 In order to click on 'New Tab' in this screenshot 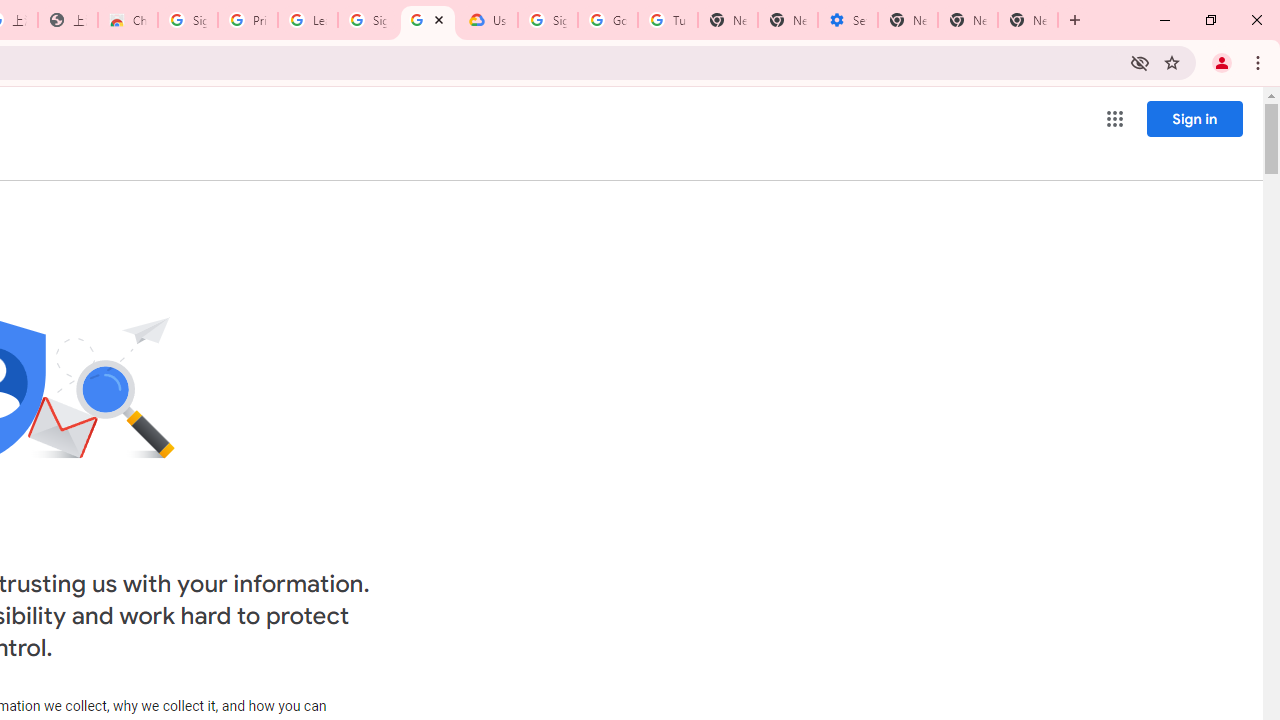, I will do `click(1028, 20)`.